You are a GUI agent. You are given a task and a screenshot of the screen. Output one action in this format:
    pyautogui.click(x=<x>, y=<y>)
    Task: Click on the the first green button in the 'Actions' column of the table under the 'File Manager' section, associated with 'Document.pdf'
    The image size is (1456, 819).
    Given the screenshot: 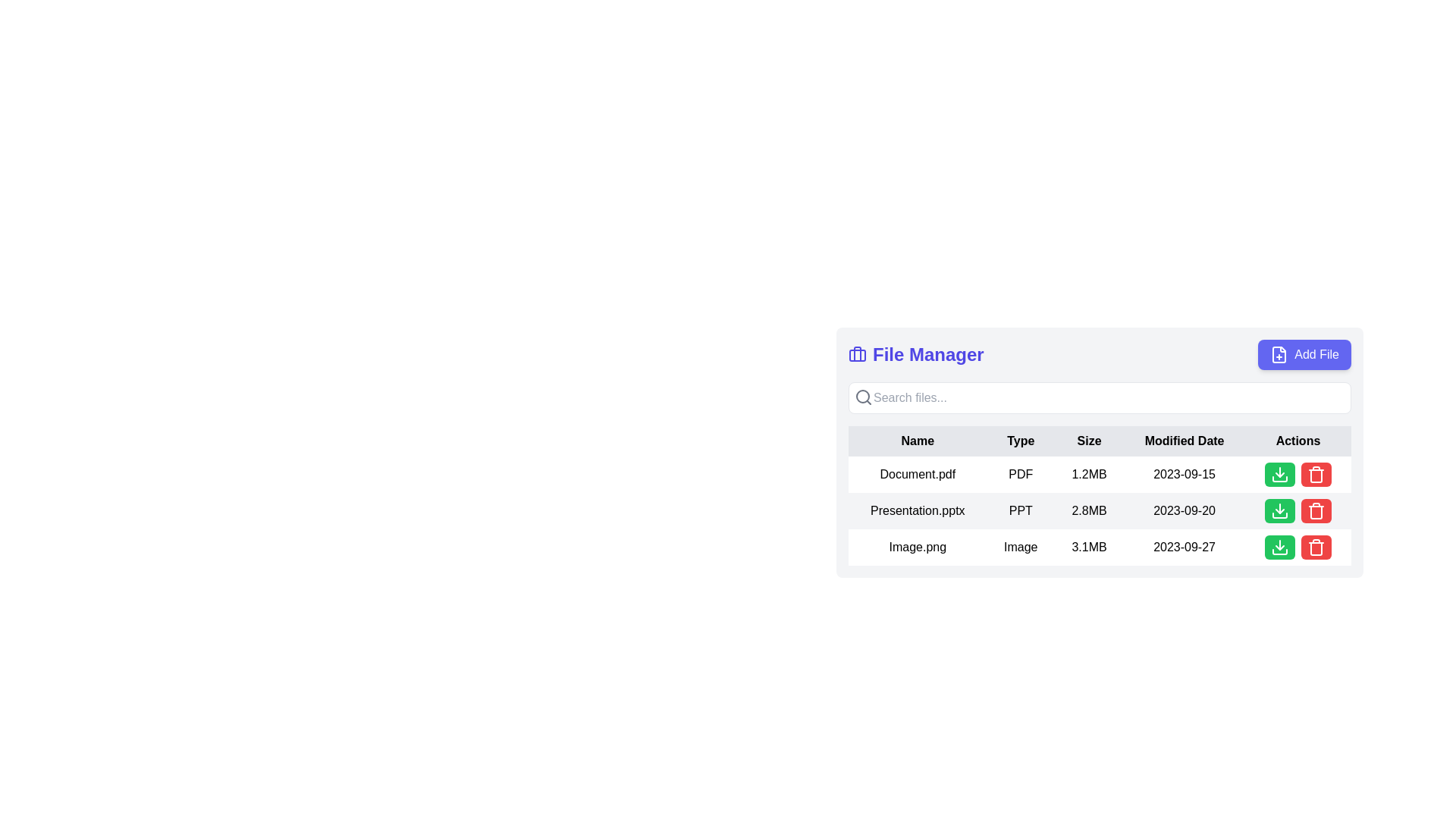 What is the action you would take?
    pyautogui.click(x=1279, y=473)
    